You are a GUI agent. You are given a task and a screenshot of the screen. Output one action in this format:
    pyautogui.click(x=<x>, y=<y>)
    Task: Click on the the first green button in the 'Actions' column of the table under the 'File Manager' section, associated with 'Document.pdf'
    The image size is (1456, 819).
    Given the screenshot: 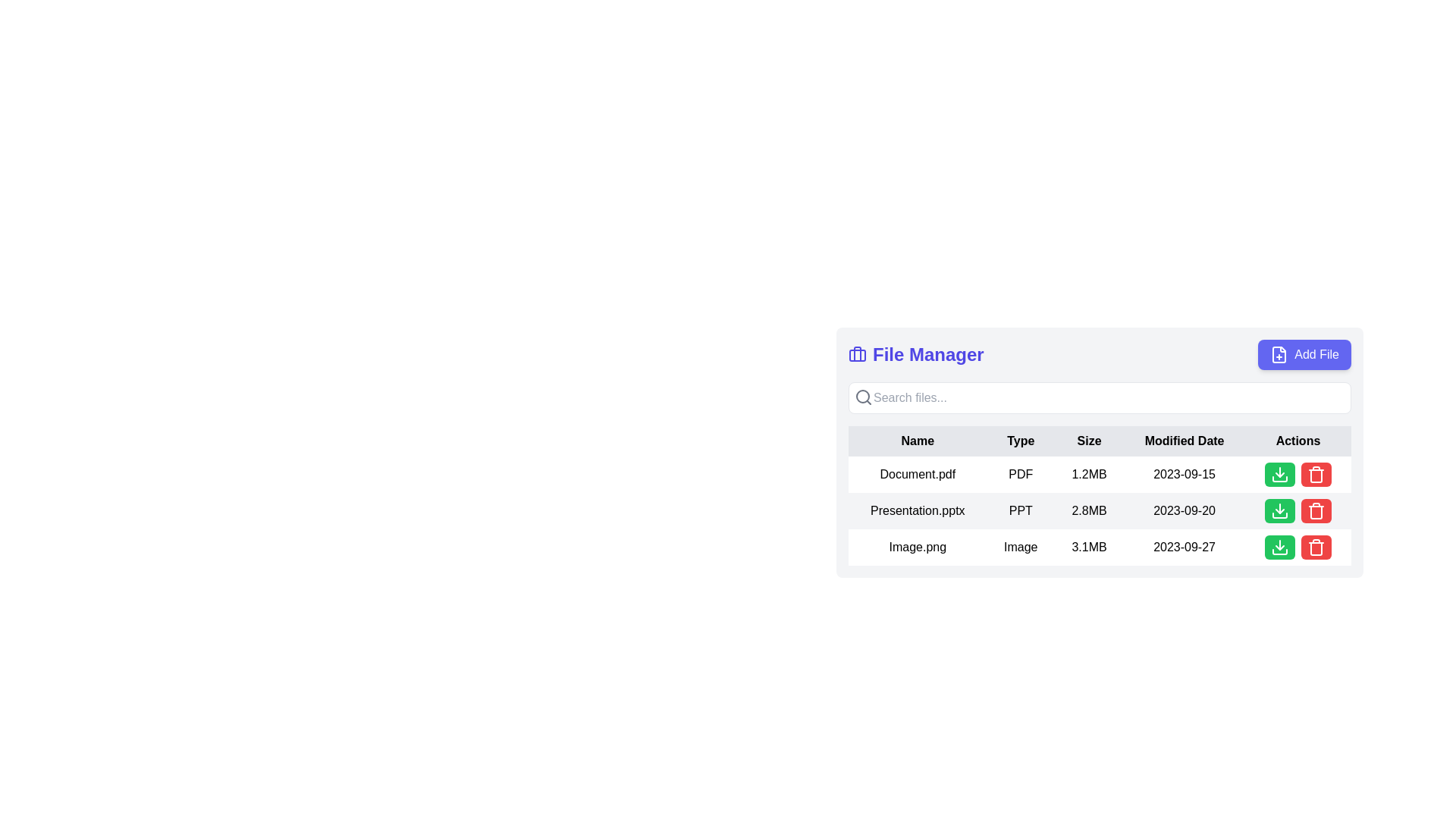 What is the action you would take?
    pyautogui.click(x=1279, y=473)
    